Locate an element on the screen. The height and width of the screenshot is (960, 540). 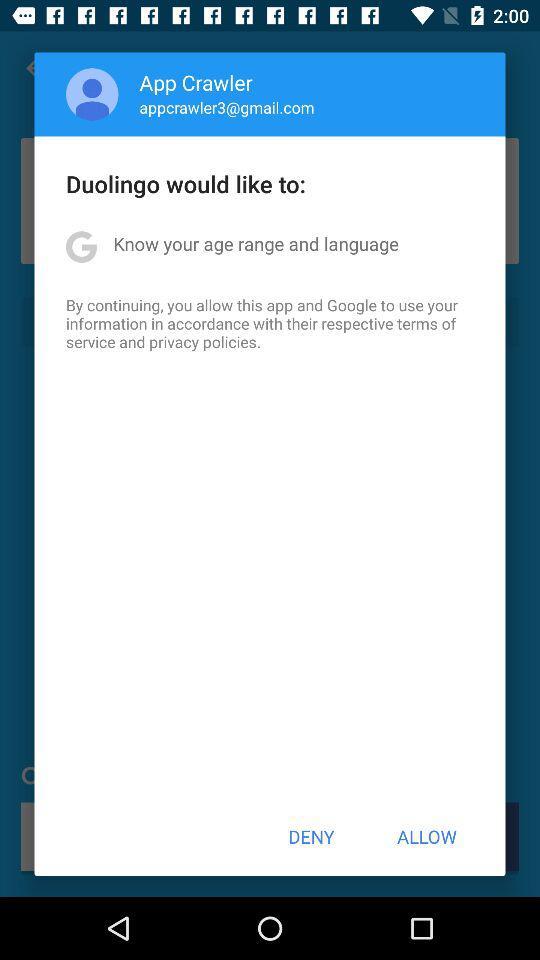
icon below the by continuing you icon is located at coordinates (311, 836).